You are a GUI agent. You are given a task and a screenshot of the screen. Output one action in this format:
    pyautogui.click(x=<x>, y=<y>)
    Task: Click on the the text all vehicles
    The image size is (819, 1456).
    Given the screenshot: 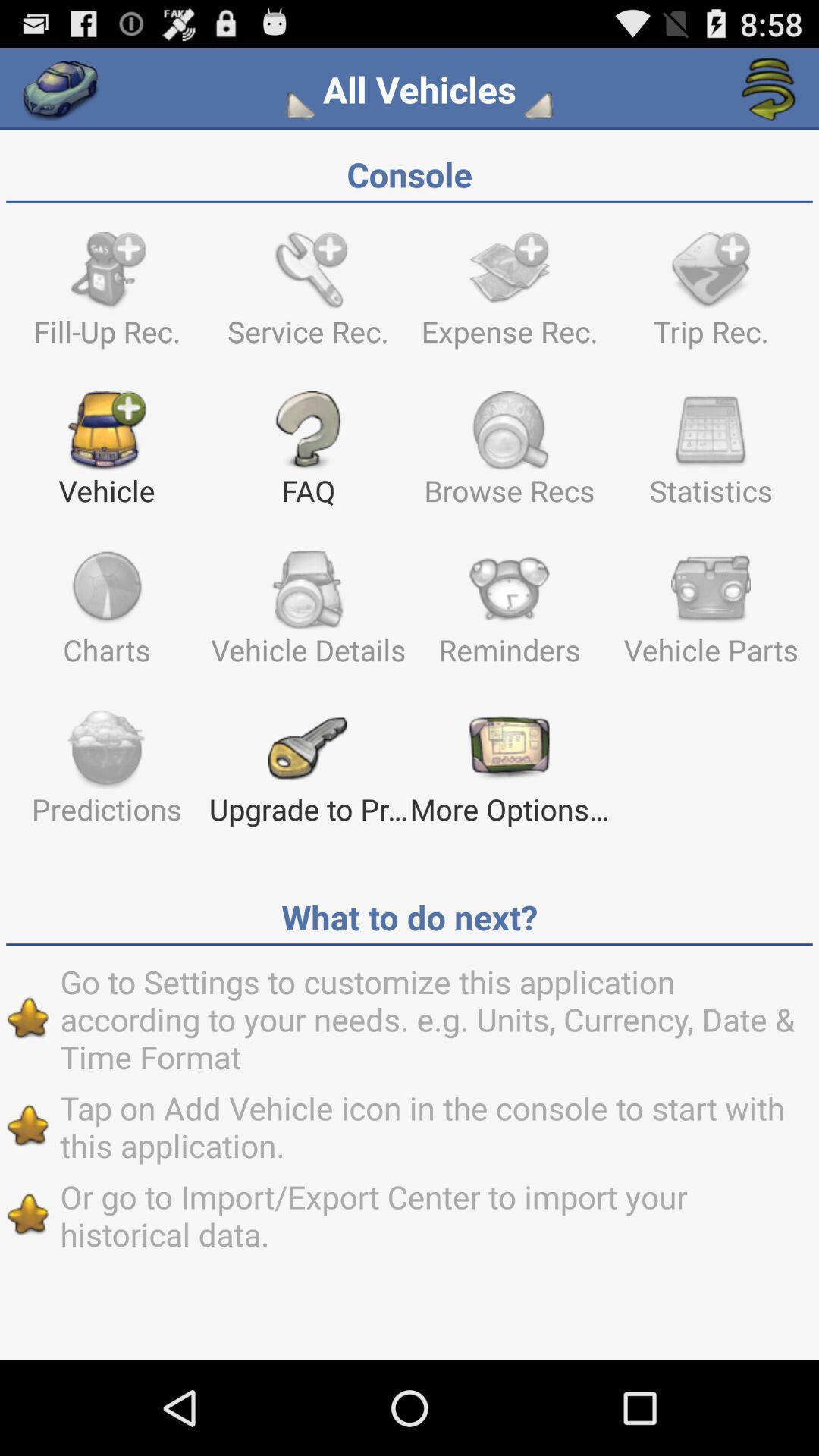 What is the action you would take?
    pyautogui.click(x=419, y=89)
    